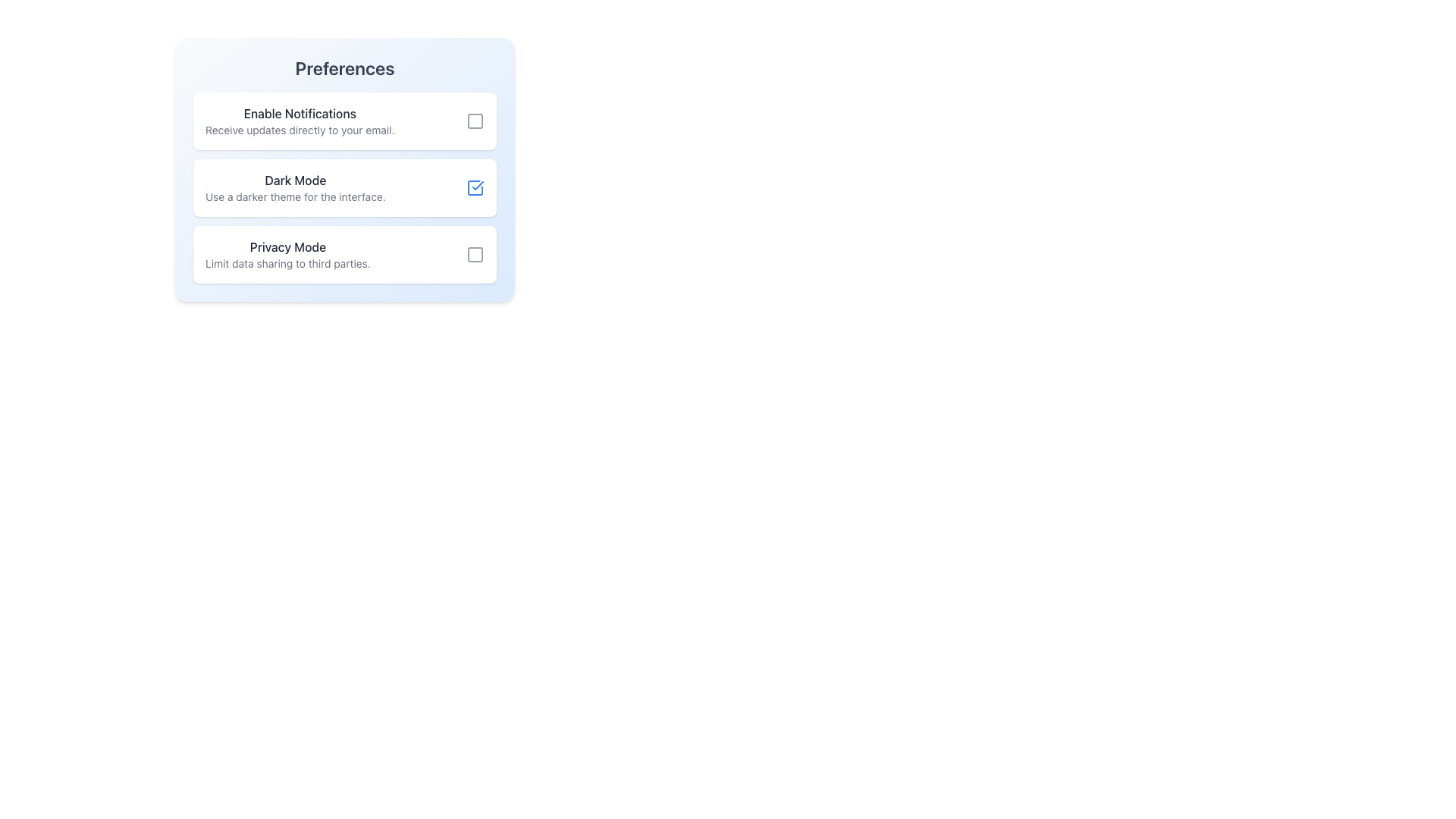  What do you see at coordinates (475, 120) in the screenshot?
I see `the Square icon associated with the 'Enable Notifications' checkbox to interact with the toggle interface` at bounding box center [475, 120].